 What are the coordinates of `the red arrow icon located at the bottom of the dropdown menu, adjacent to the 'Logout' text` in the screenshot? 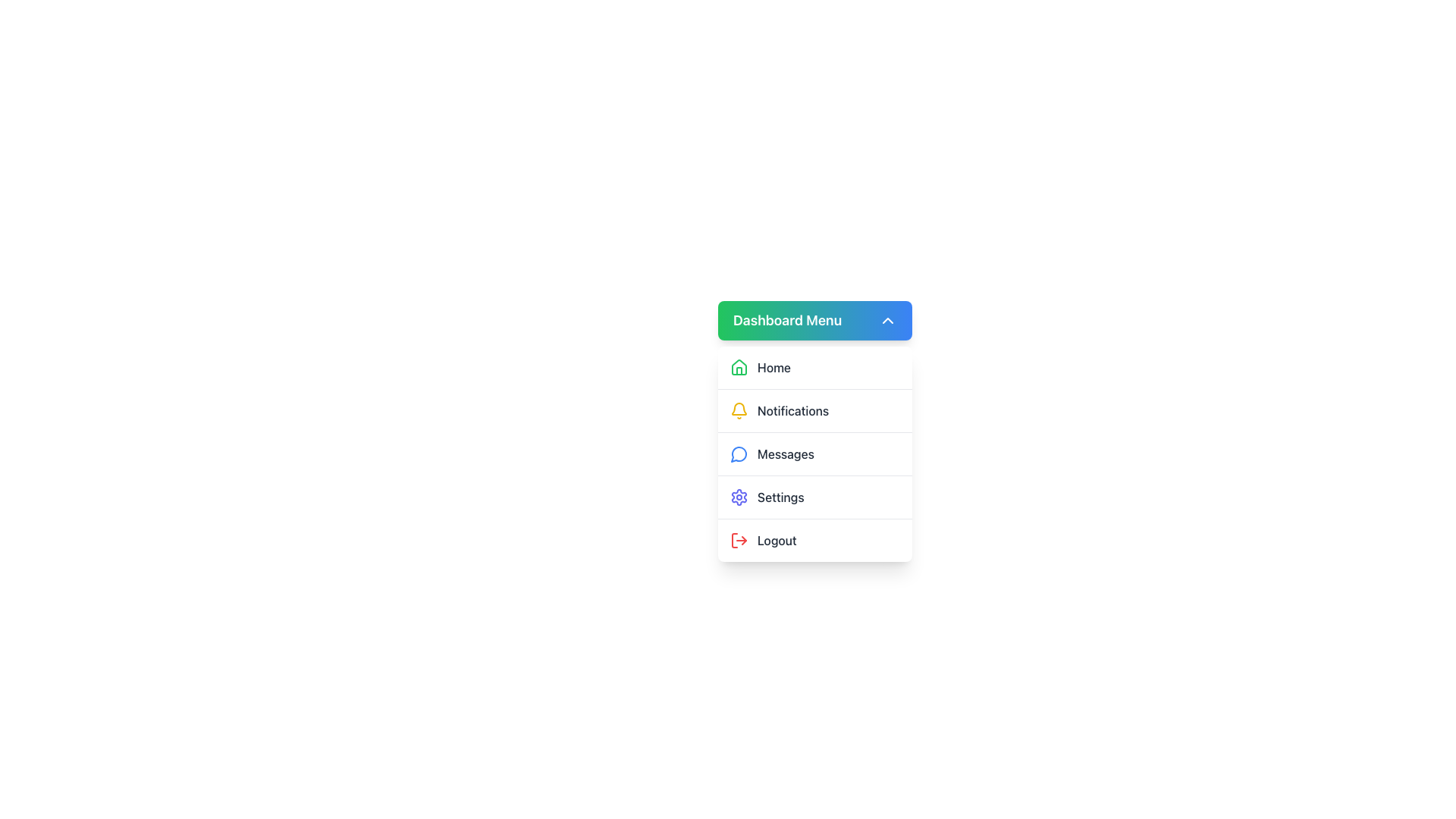 It's located at (739, 540).